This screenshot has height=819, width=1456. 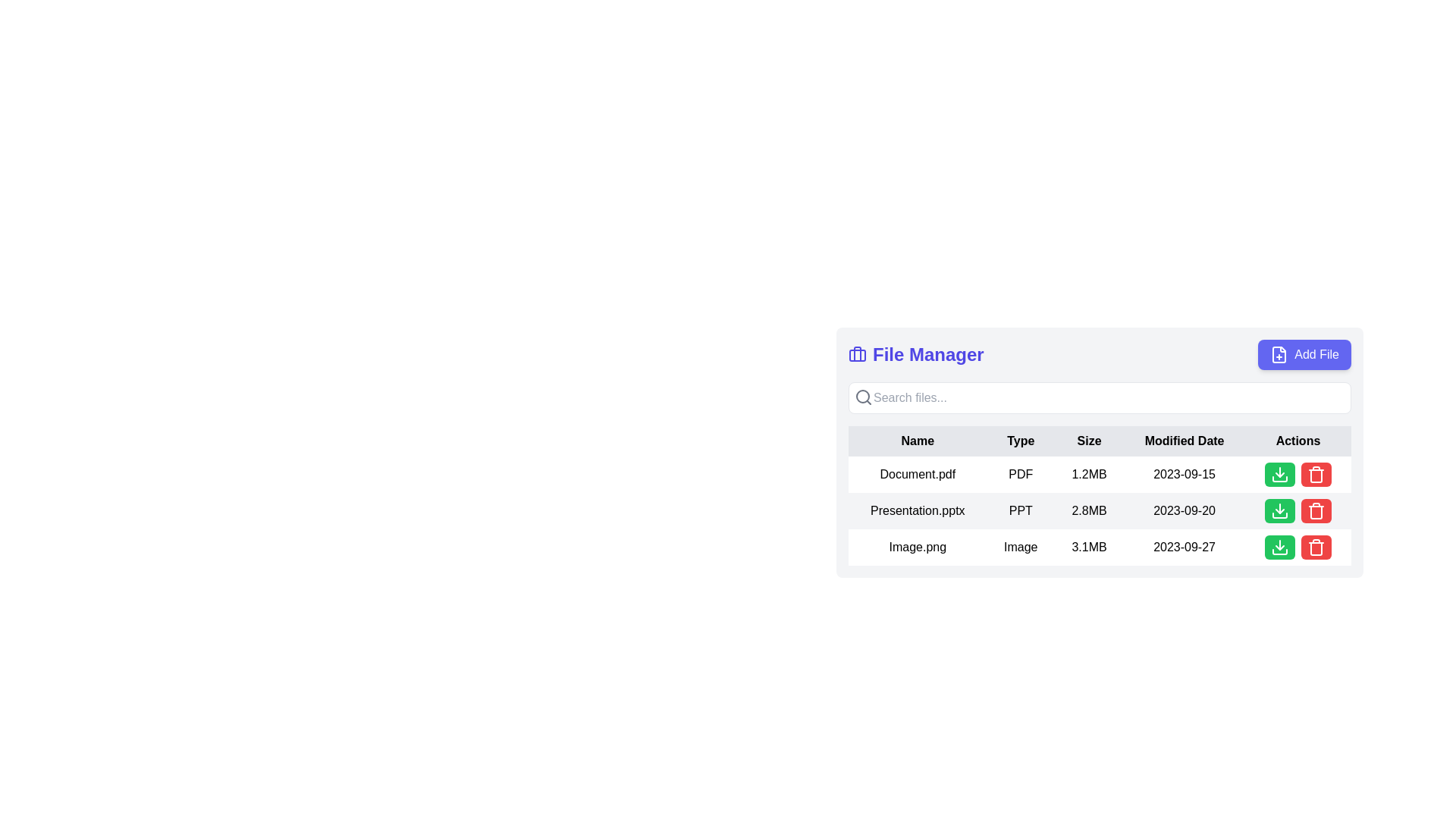 I want to click on the icon representing the action of adding a new file, which is located within the 'Add File' button in the top-right area of the interface, so click(x=1278, y=354).